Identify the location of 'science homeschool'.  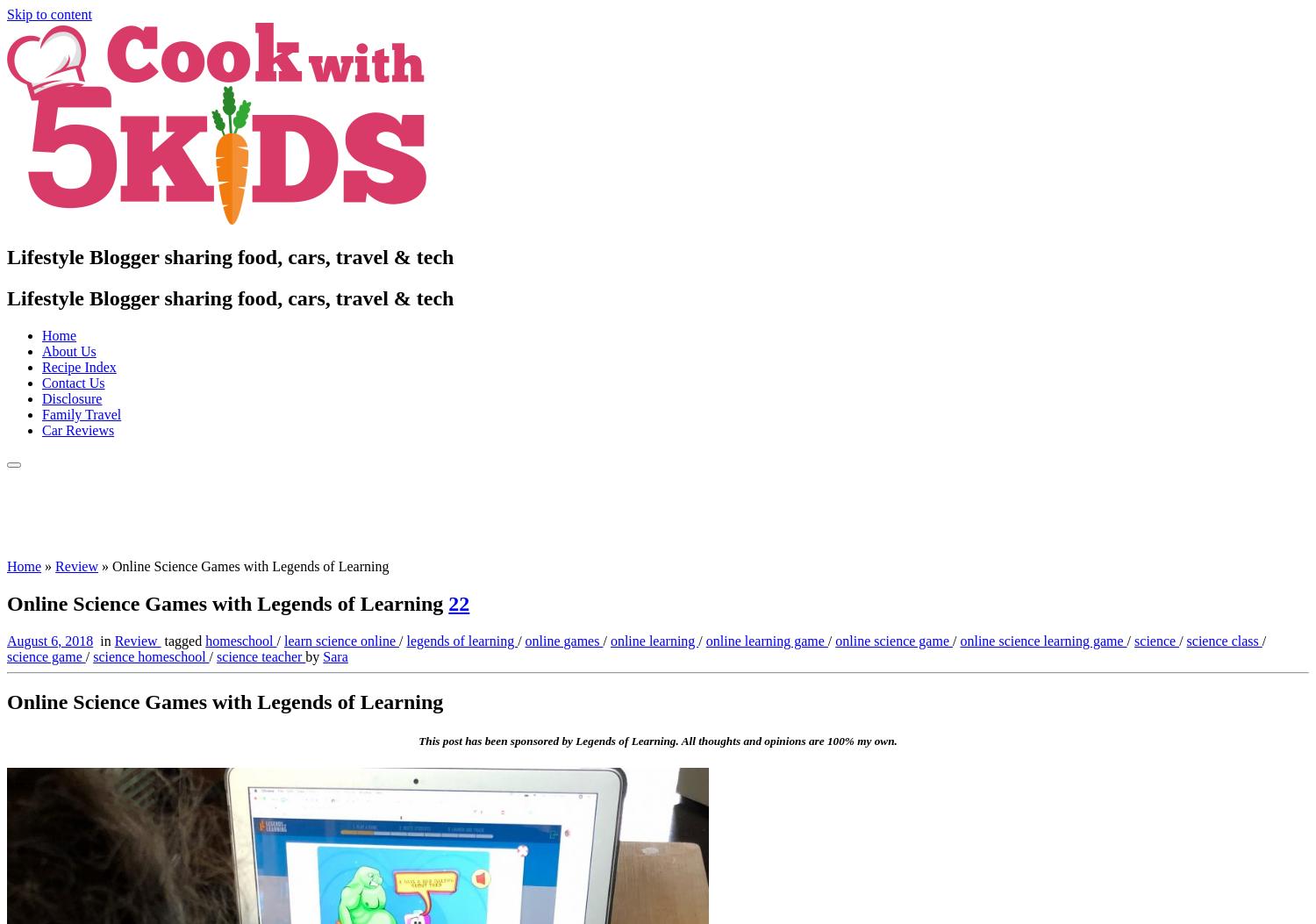
(151, 655).